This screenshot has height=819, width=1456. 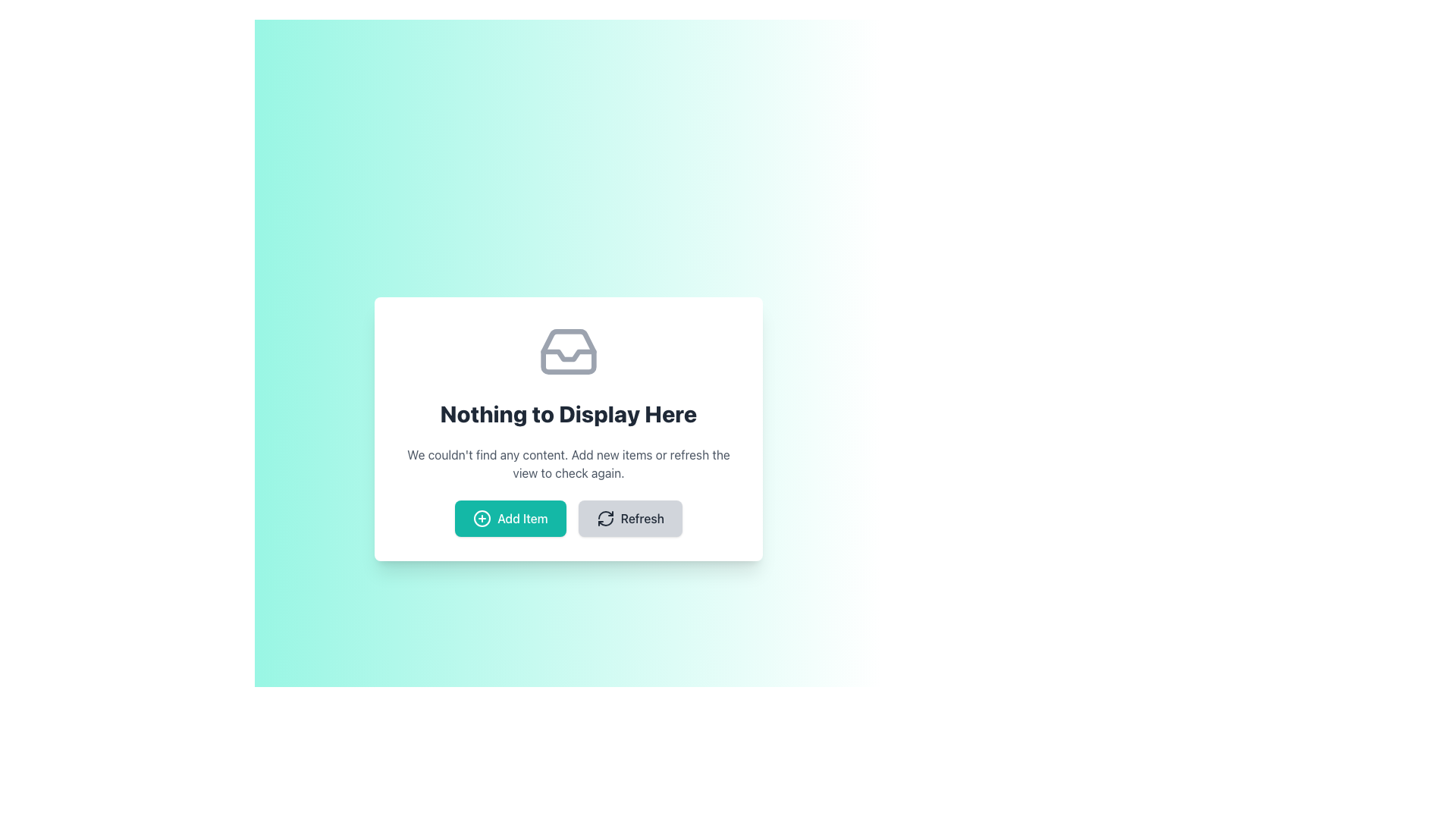 I want to click on the first button labeled 'Add' located centrally below the title 'Nothing, so click(x=510, y=517).